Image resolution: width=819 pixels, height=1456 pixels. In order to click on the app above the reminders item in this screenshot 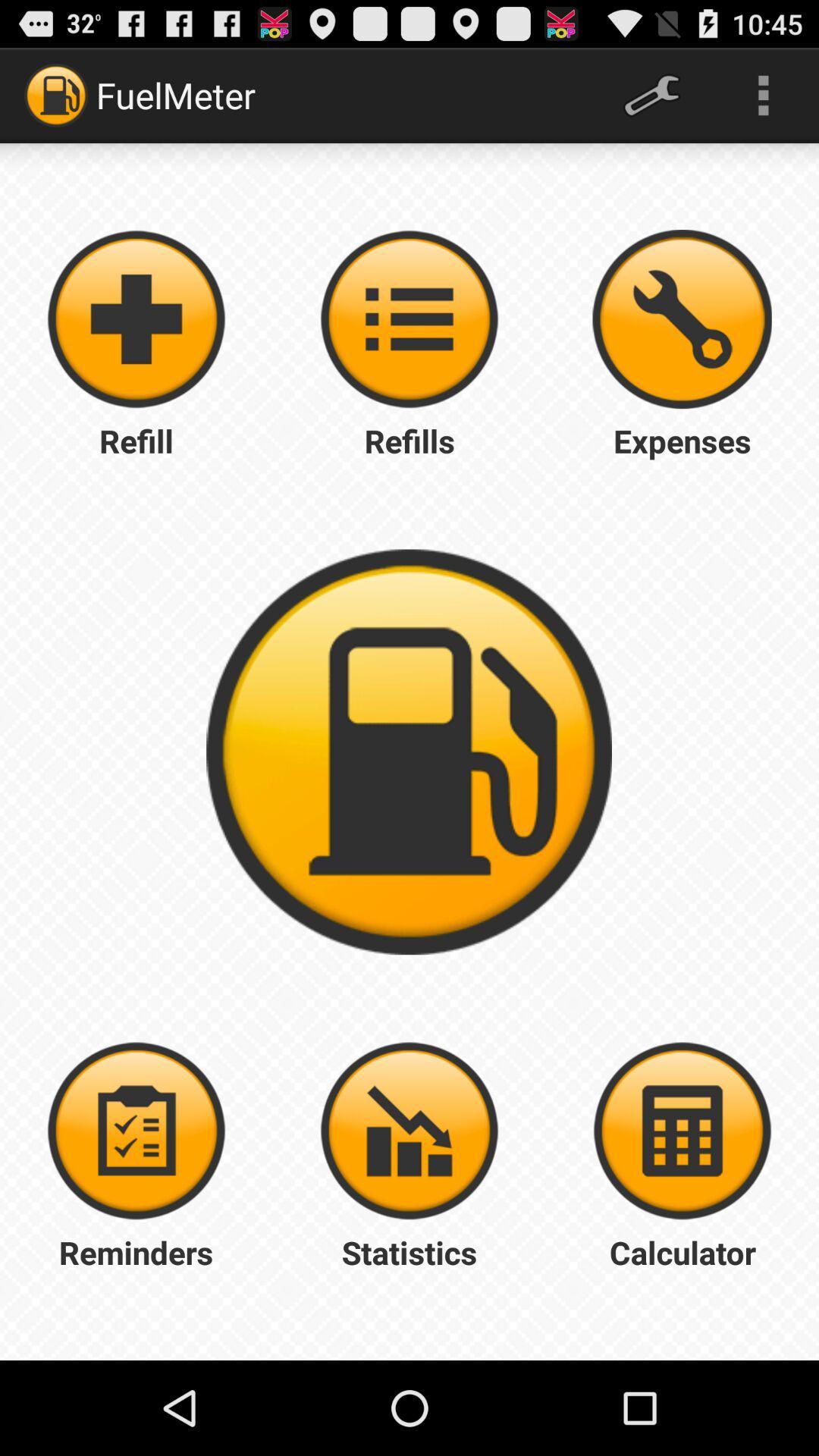, I will do `click(136, 1131)`.